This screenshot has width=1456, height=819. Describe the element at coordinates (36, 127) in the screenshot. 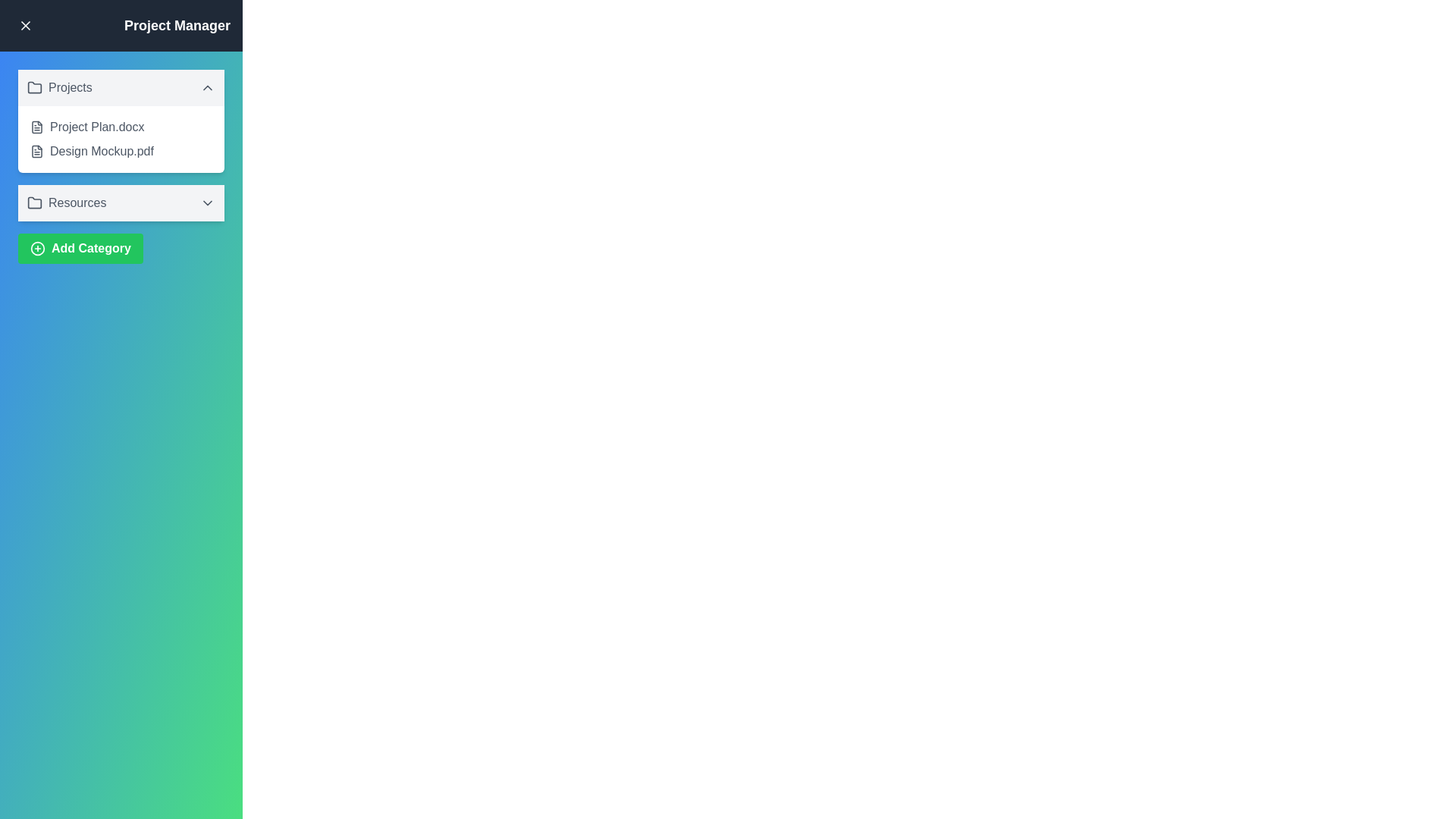

I see `the SVG icon representing a file with a textual content depiction, which is located to the far left of the text labeled 'Project Plan.docx'` at that location.